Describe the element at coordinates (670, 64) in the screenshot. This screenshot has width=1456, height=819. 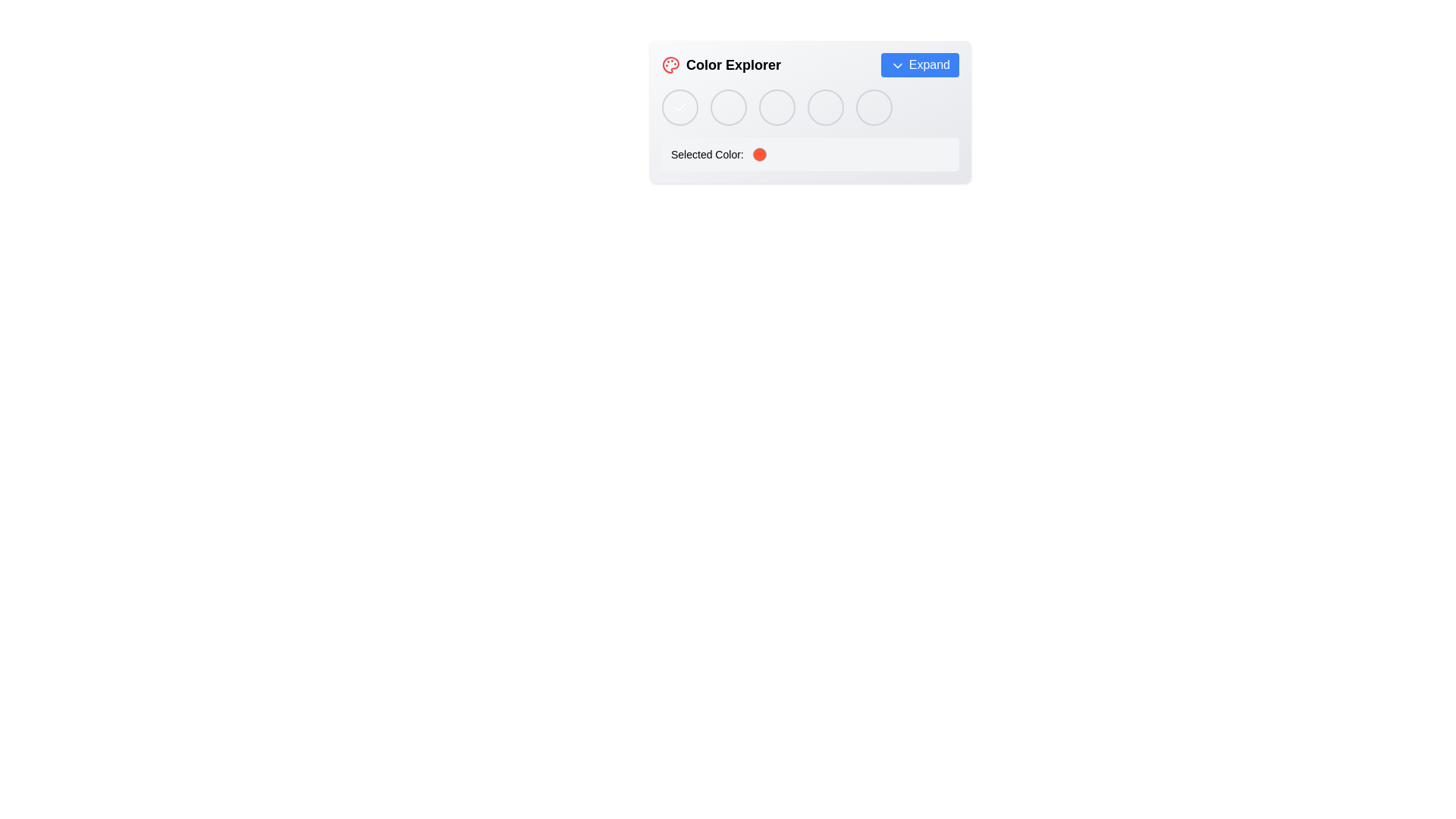
I see `the painter's palette icon that is positioned to the left of the 'Color Explorer' text label` at that location.